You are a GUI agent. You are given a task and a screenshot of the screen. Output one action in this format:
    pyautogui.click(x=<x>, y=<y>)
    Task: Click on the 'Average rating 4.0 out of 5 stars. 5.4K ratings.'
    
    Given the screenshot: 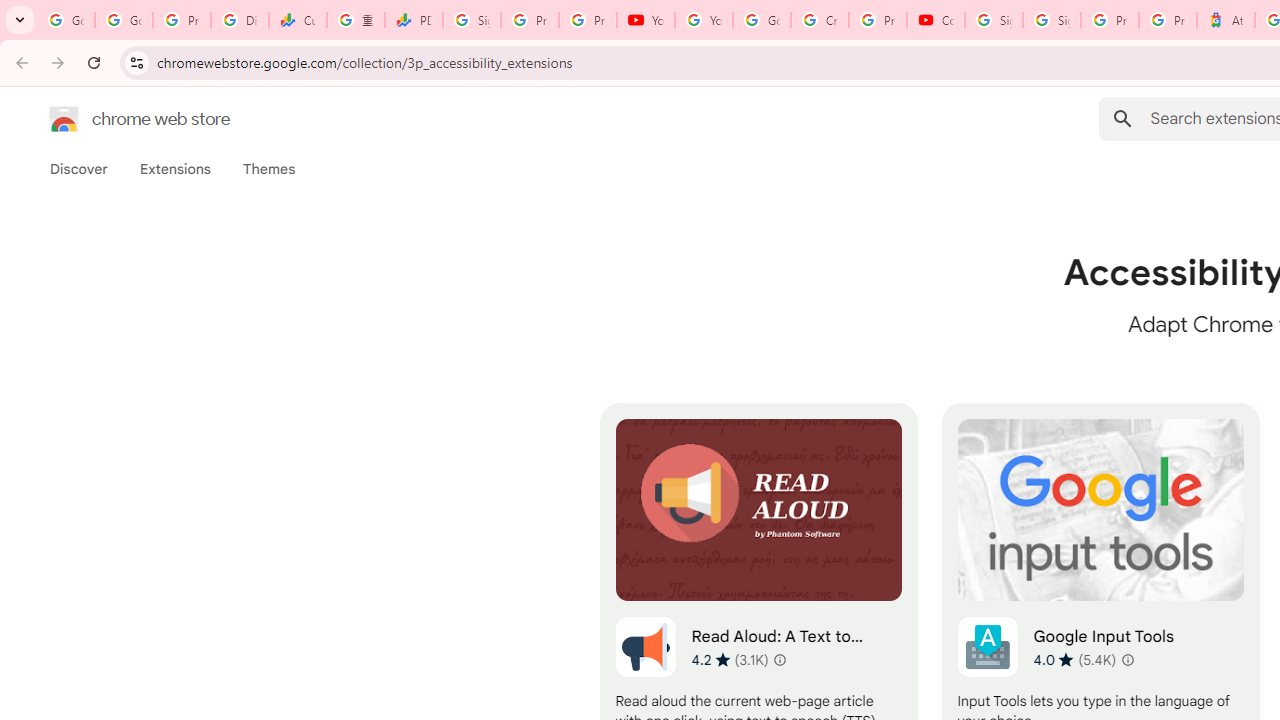 What is the action you would take?
    pyautogui.click(x=1074, y=659)
    